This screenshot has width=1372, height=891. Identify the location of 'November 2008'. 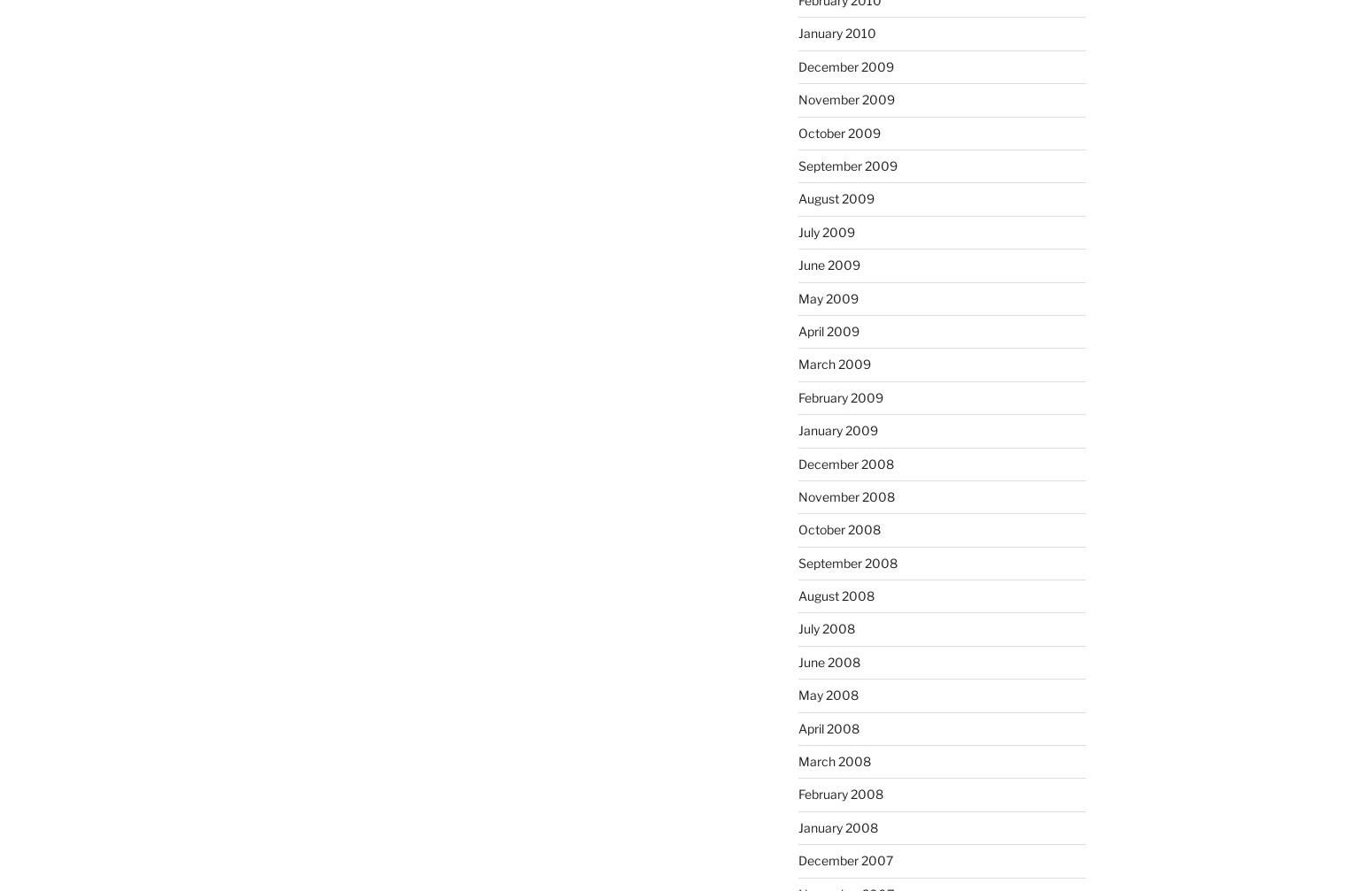
(844, 495).